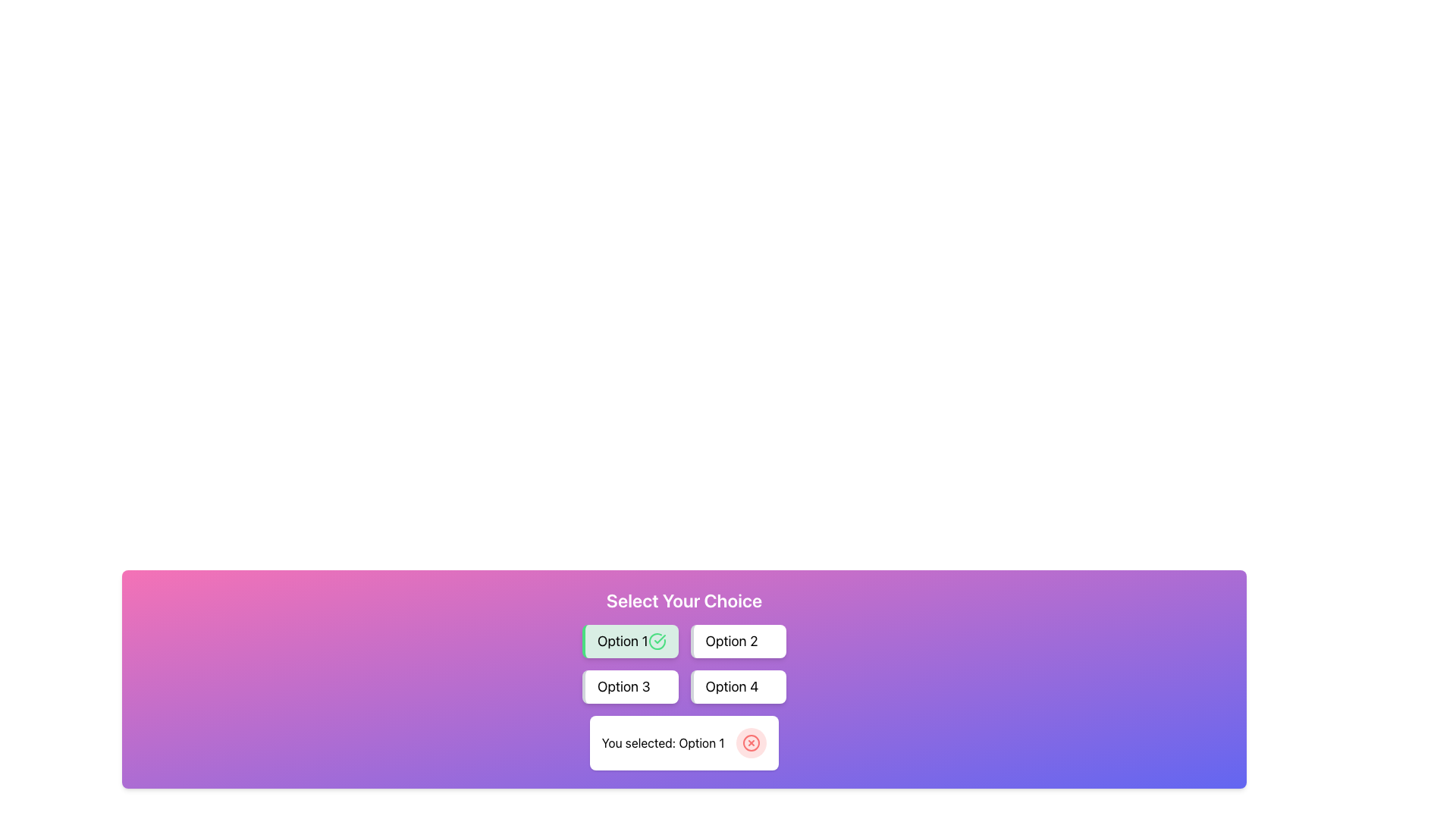  What do you see at coordinates (738, 687) in the screenshot?
I see `the button labeled 'Option 4', which is a rectangular button with rounded corners and a grey left border` at bounding box center [738, 687].